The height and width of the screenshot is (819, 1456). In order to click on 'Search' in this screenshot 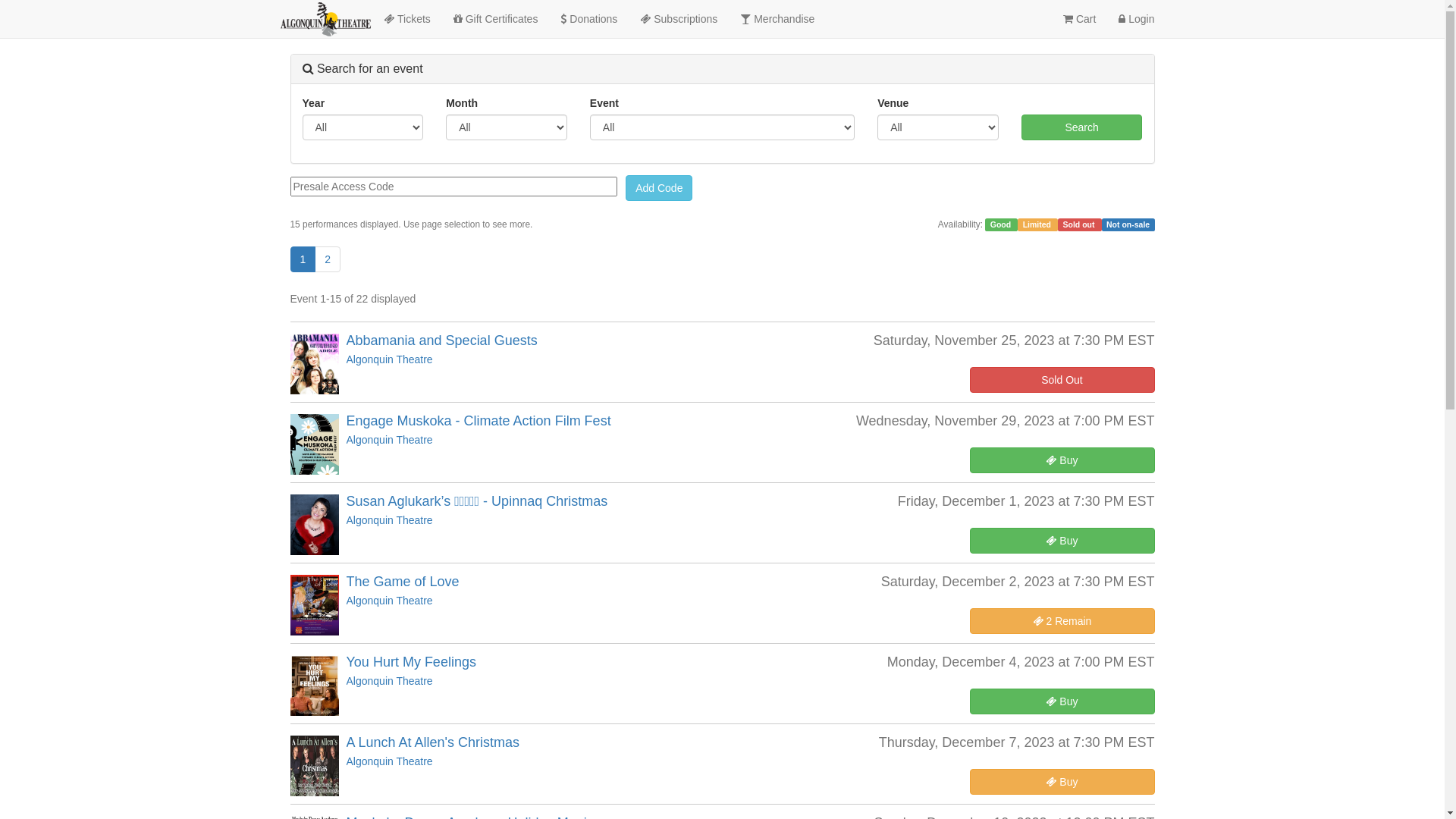, I will do `click(1021, 127)`.